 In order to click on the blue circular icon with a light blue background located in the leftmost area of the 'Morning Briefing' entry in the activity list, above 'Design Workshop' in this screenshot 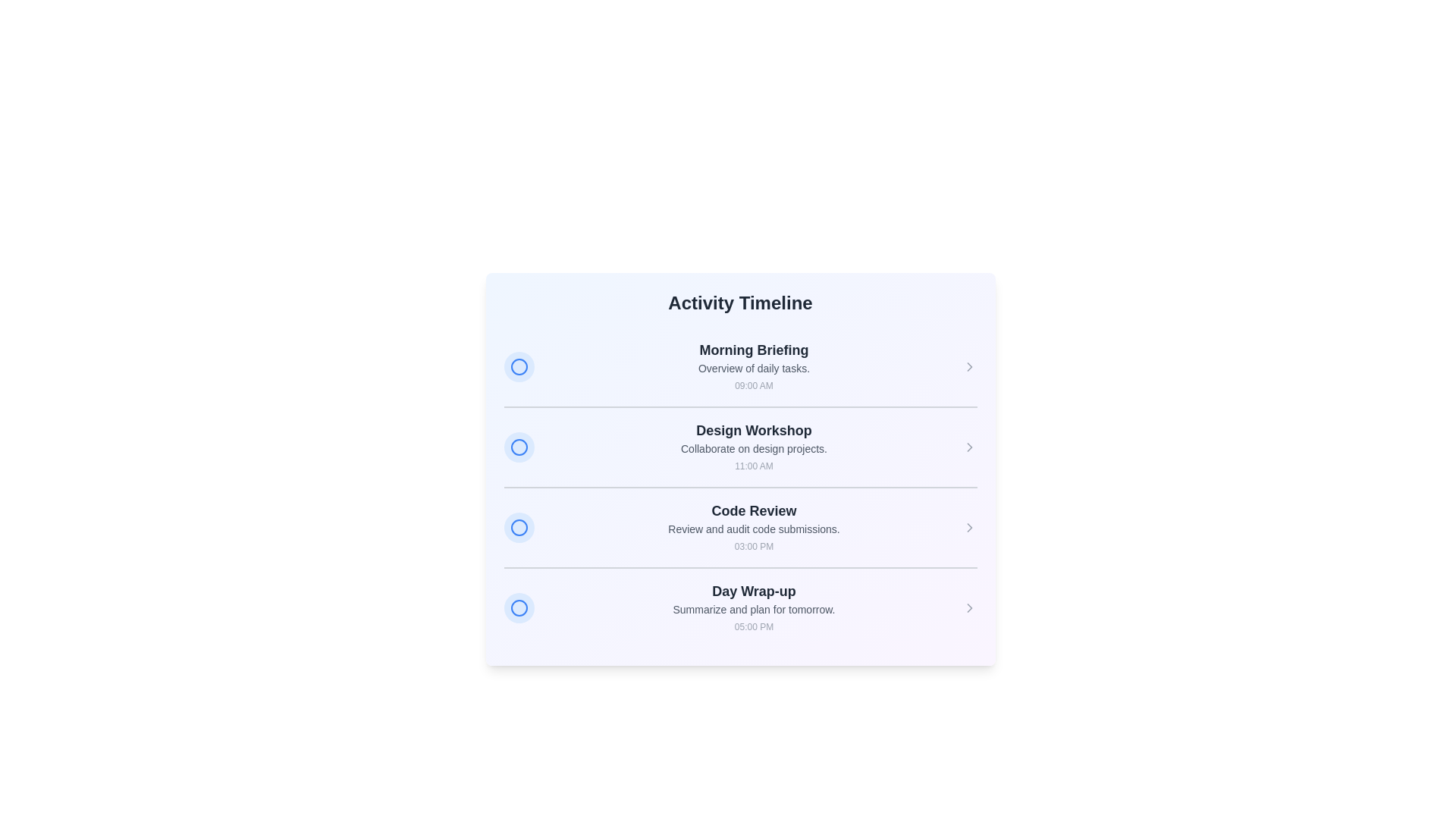, I will do `click(519, 366)`.